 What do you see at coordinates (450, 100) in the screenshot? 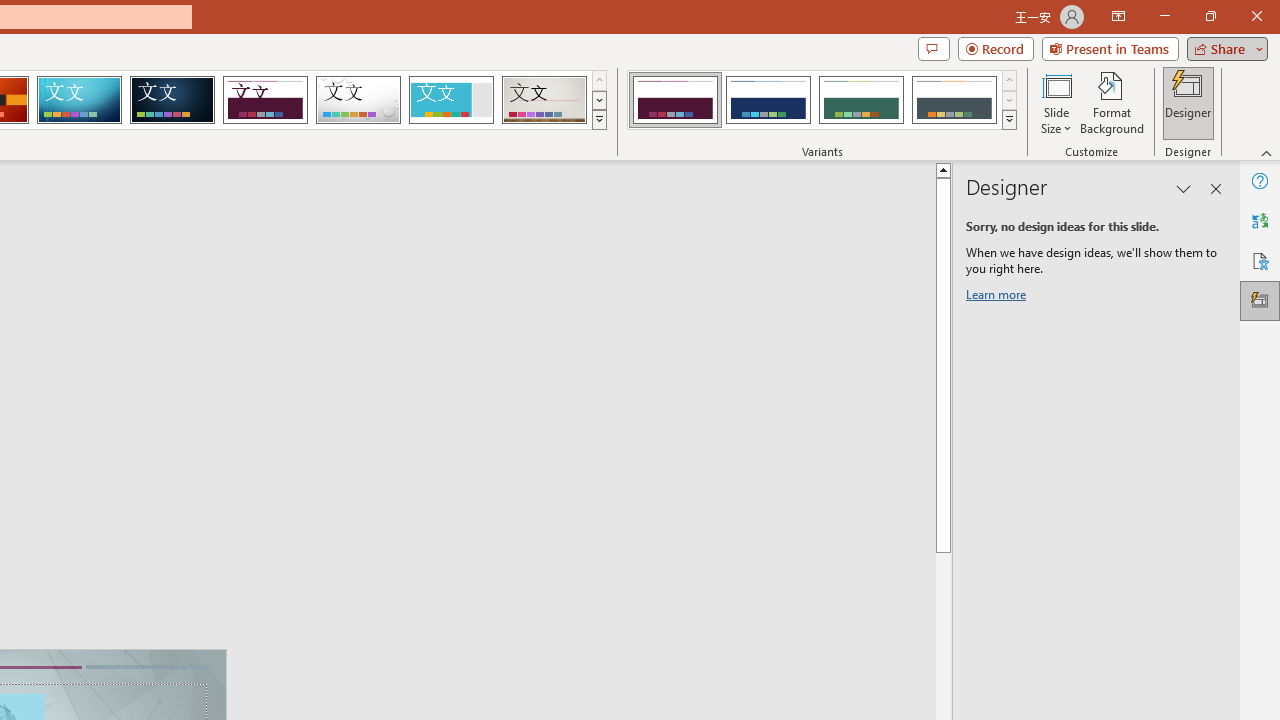
I see `'Frame'` at bounding box center [450, 100].